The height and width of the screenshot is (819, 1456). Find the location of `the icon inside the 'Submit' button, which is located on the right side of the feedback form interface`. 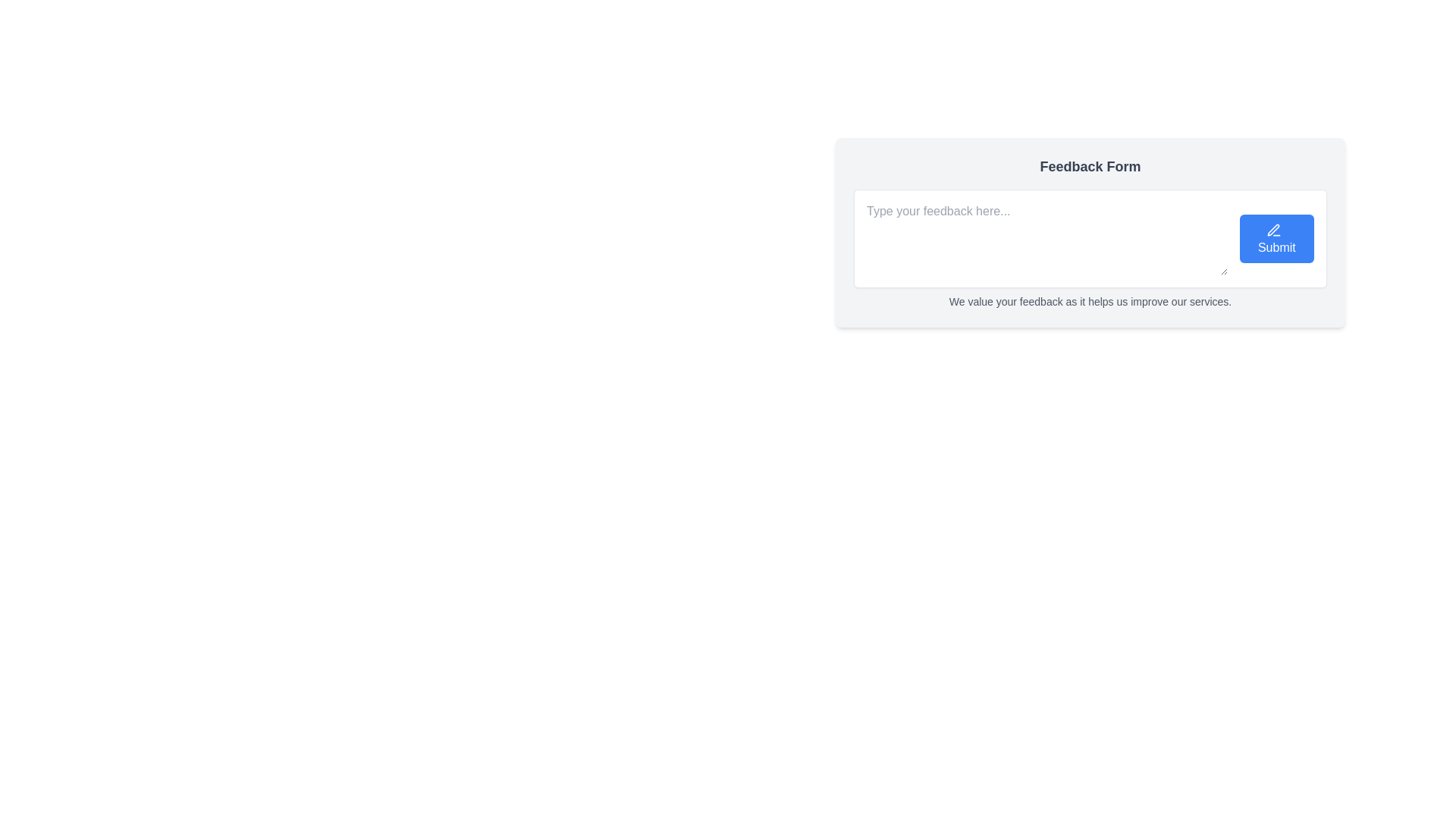

the icon inside the 'Submit' button, which is located on the right side of the feedback form interface is located at coordinates (1273, 230).